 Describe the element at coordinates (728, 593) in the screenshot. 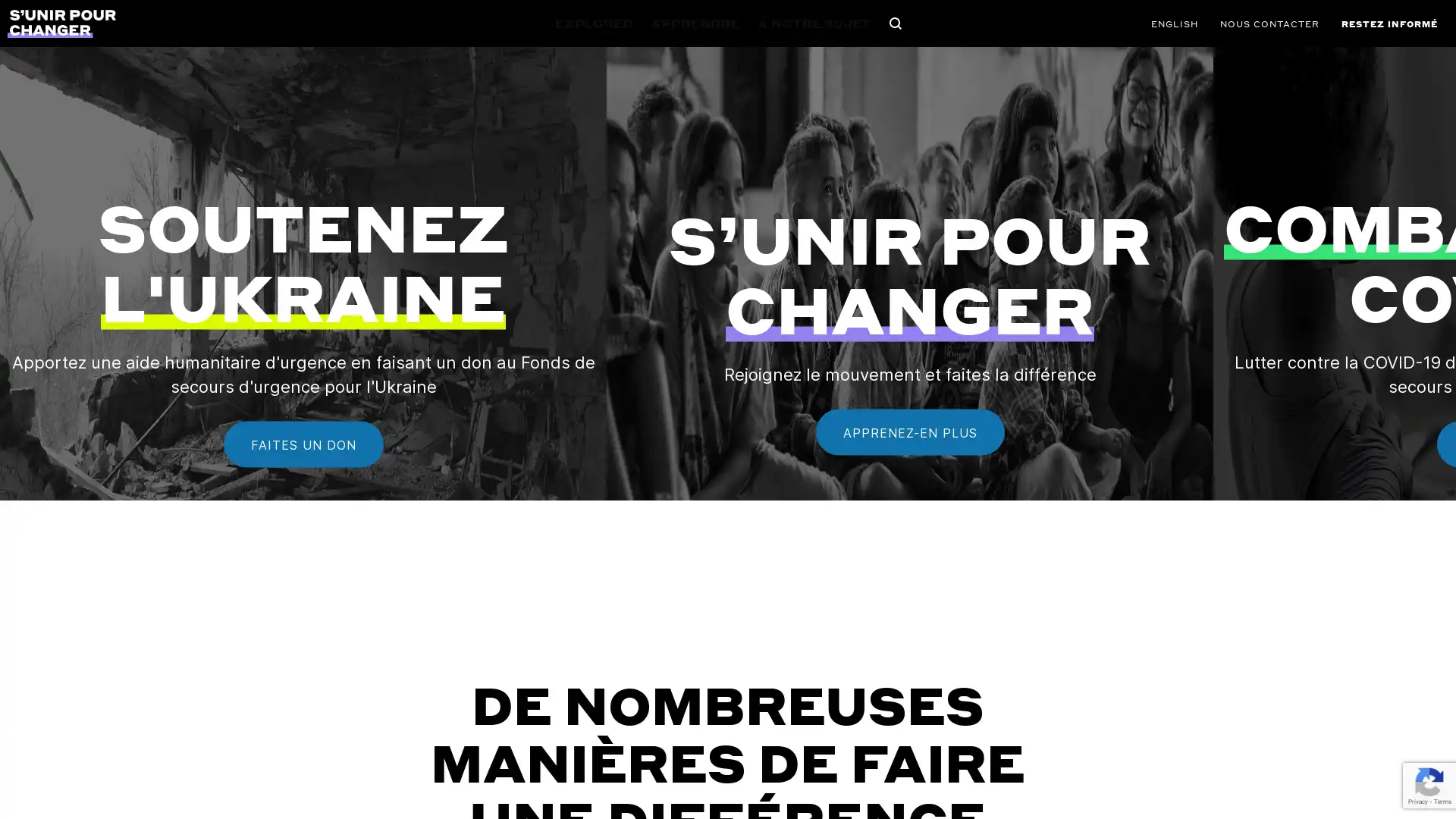

I see `2` at that location.